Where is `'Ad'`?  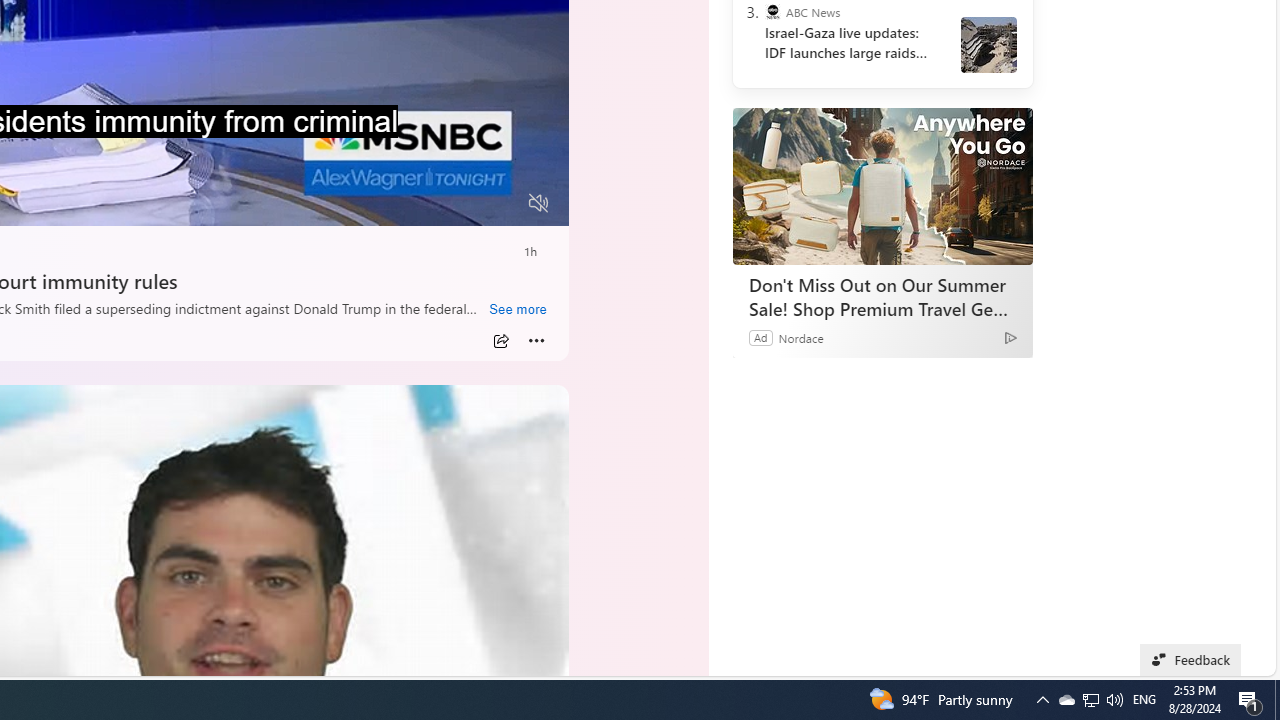 'Ad' is located at coordinates (759, 336).